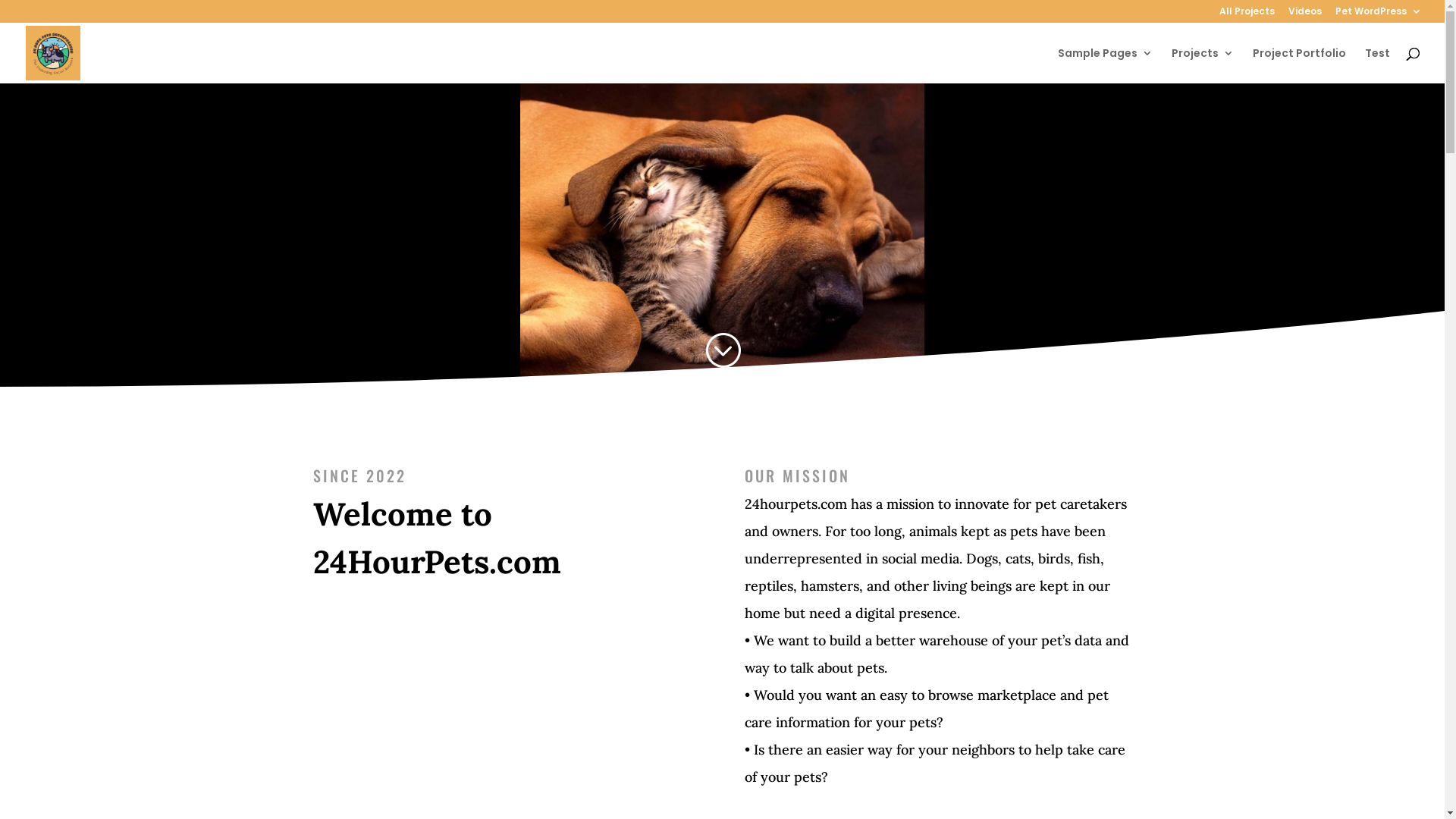 The image size is (1456, 819). I want to click on 'Pet WordPress', so click(1379, 14).